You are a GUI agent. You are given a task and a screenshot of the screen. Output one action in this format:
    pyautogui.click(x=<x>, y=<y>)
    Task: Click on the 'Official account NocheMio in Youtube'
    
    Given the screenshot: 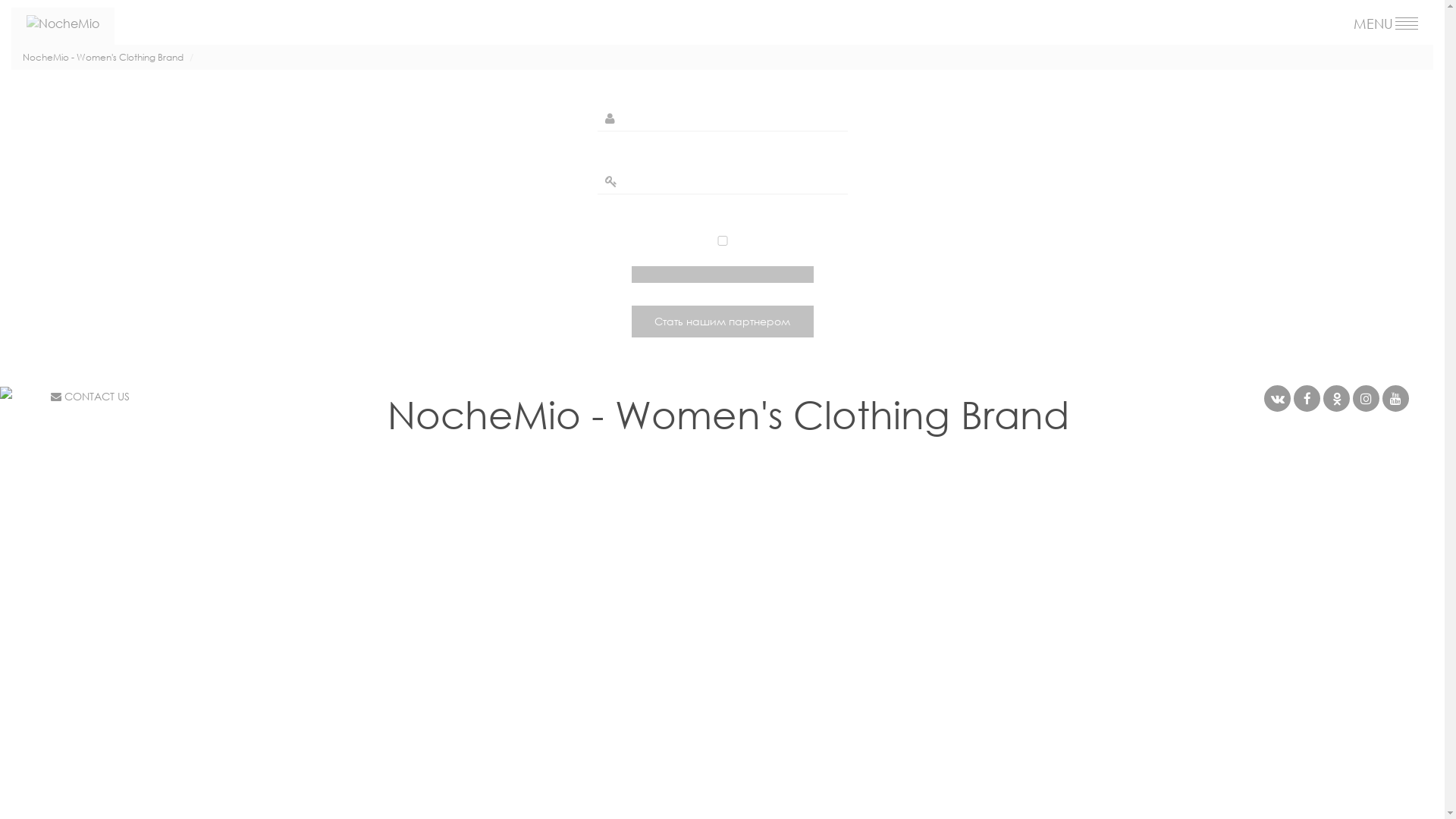 What is the action you would take?
    pyautogui.click(x=1395, y=397)
    